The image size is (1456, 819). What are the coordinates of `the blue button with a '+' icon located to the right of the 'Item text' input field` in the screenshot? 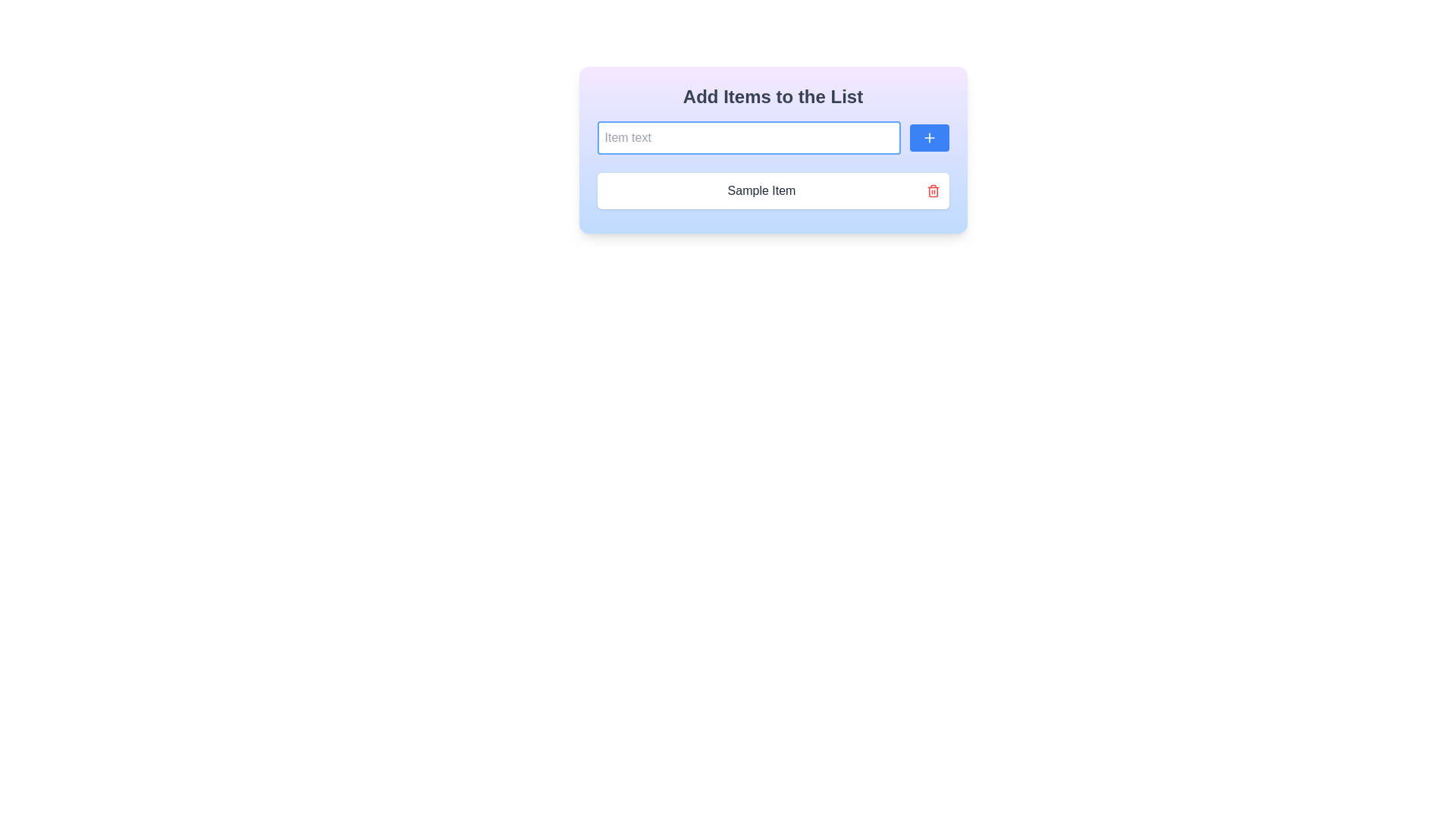 It's located at (928, 137).